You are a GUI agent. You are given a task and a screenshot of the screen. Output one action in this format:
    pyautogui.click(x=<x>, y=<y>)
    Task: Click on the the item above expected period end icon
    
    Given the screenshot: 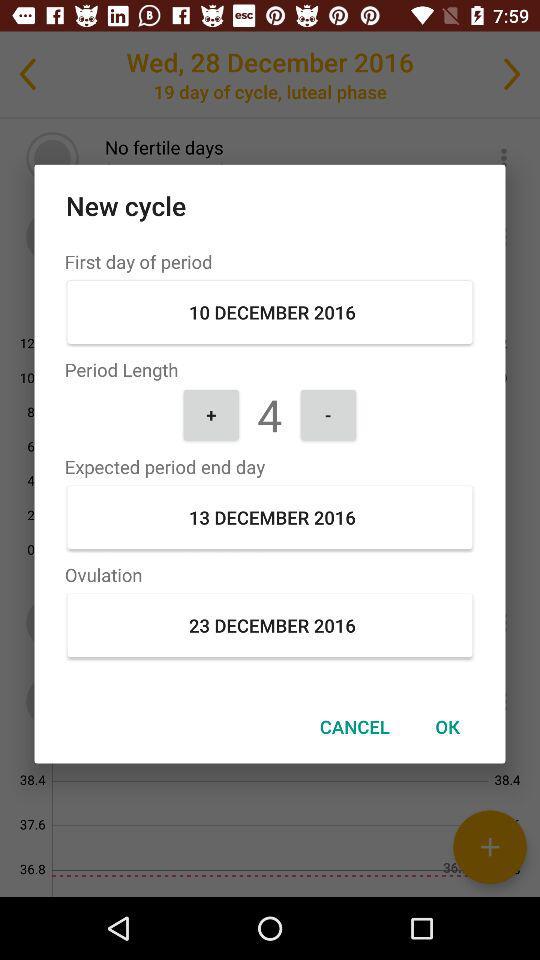 What is the action you would take?
    pyautogui.click(x=210, y=413)
    